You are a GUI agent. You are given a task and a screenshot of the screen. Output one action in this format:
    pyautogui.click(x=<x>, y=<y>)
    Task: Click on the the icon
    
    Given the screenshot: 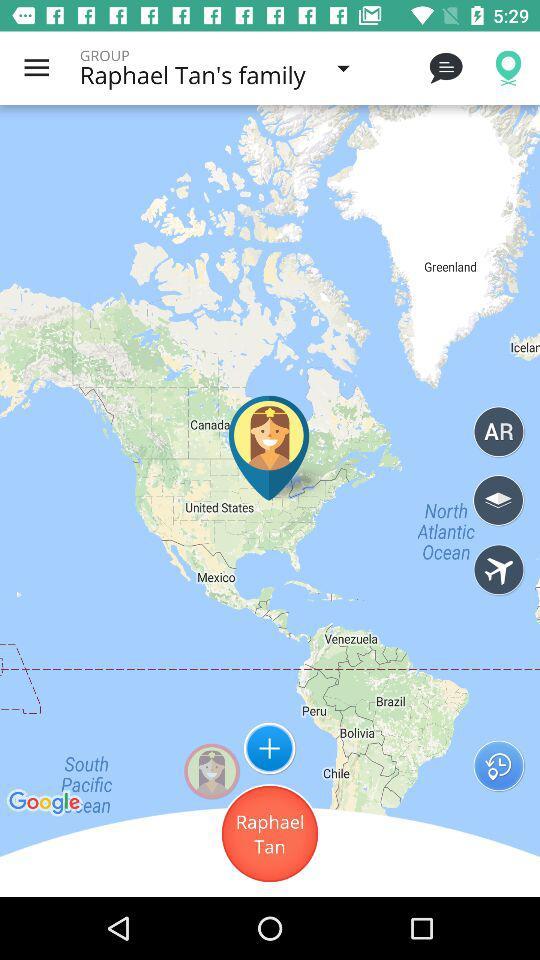 What is the action you would take?
    pyautogui.click(x=270, y=747)
    